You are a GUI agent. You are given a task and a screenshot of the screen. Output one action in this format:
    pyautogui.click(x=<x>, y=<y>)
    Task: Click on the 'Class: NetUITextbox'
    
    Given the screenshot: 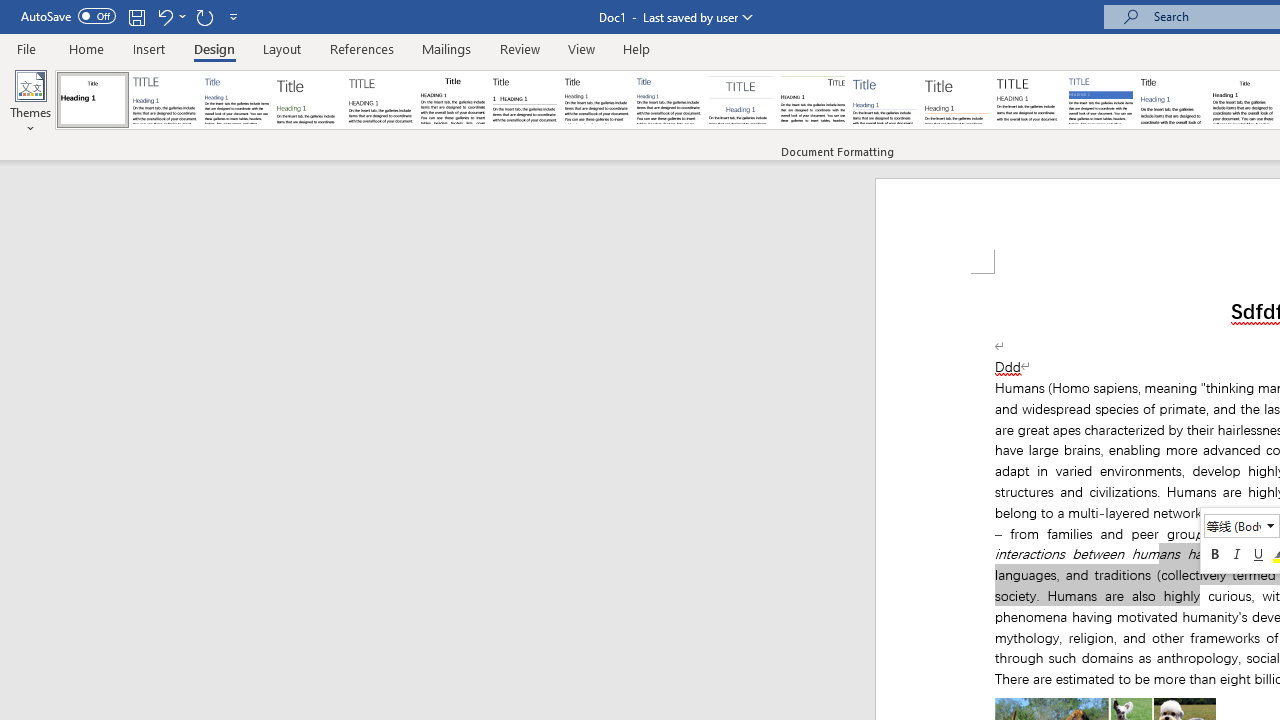 What is the action you would take?
    pyautogui.click(x=1232, y=524)
    